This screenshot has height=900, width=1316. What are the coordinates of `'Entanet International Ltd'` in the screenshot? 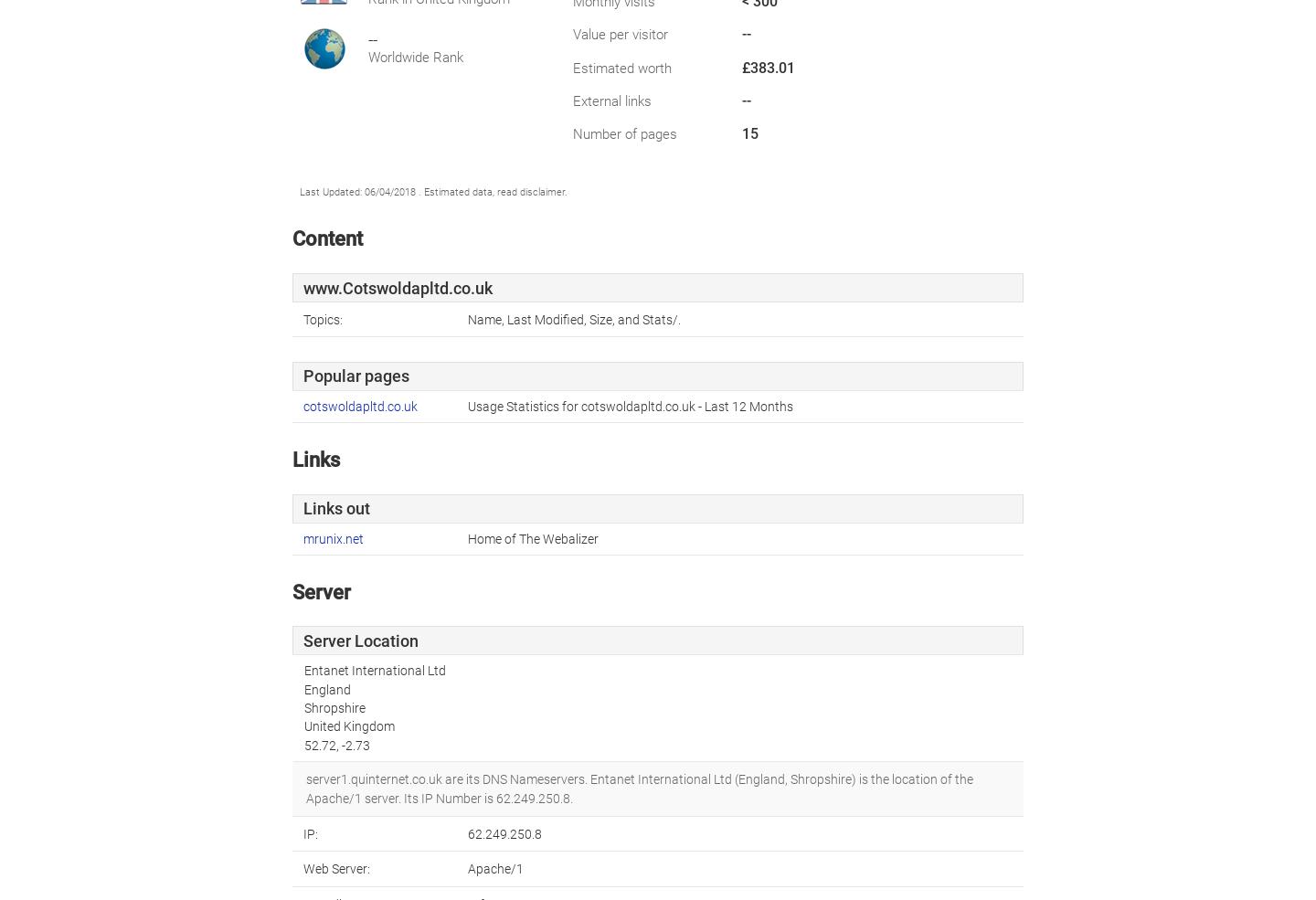 It's located at (373, 671).